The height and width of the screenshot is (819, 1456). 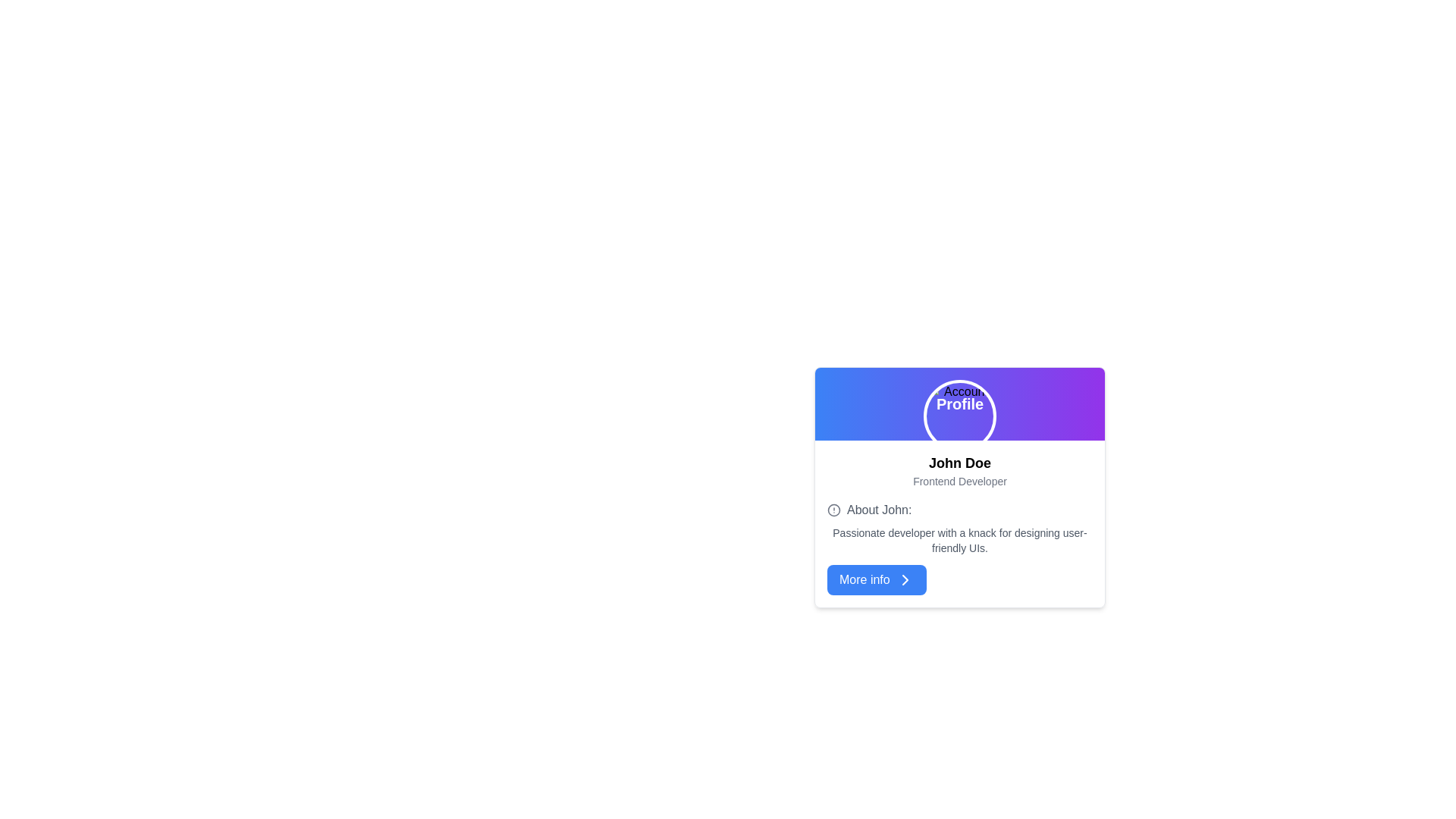 I want to click on text label that displays 'Profile' in bold white font, located at the center of the colorful gradient background in the header area of the user profile card, so click(x=959, y=403).